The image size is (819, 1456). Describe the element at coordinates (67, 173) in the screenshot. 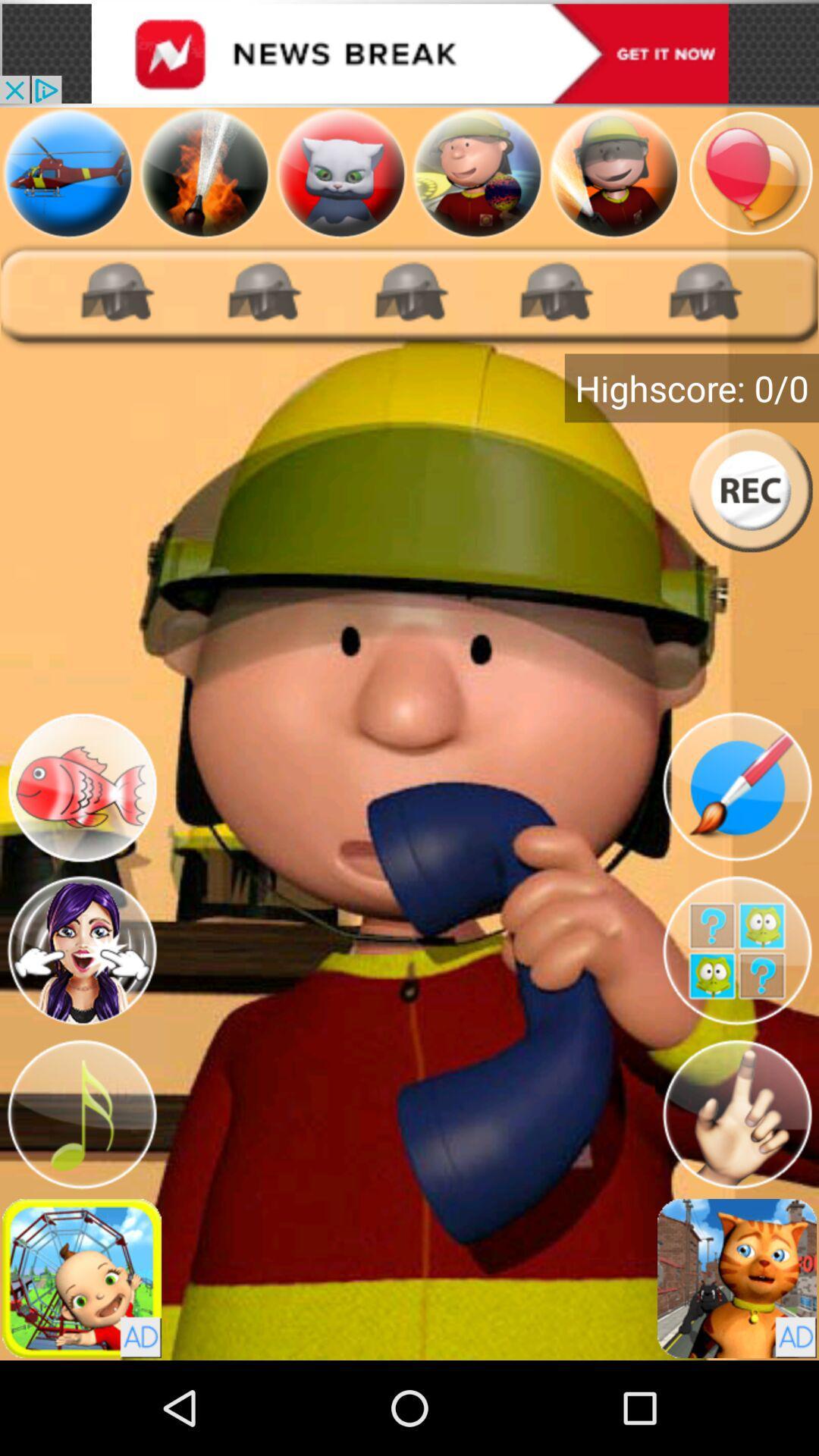

I see `item` at that location.